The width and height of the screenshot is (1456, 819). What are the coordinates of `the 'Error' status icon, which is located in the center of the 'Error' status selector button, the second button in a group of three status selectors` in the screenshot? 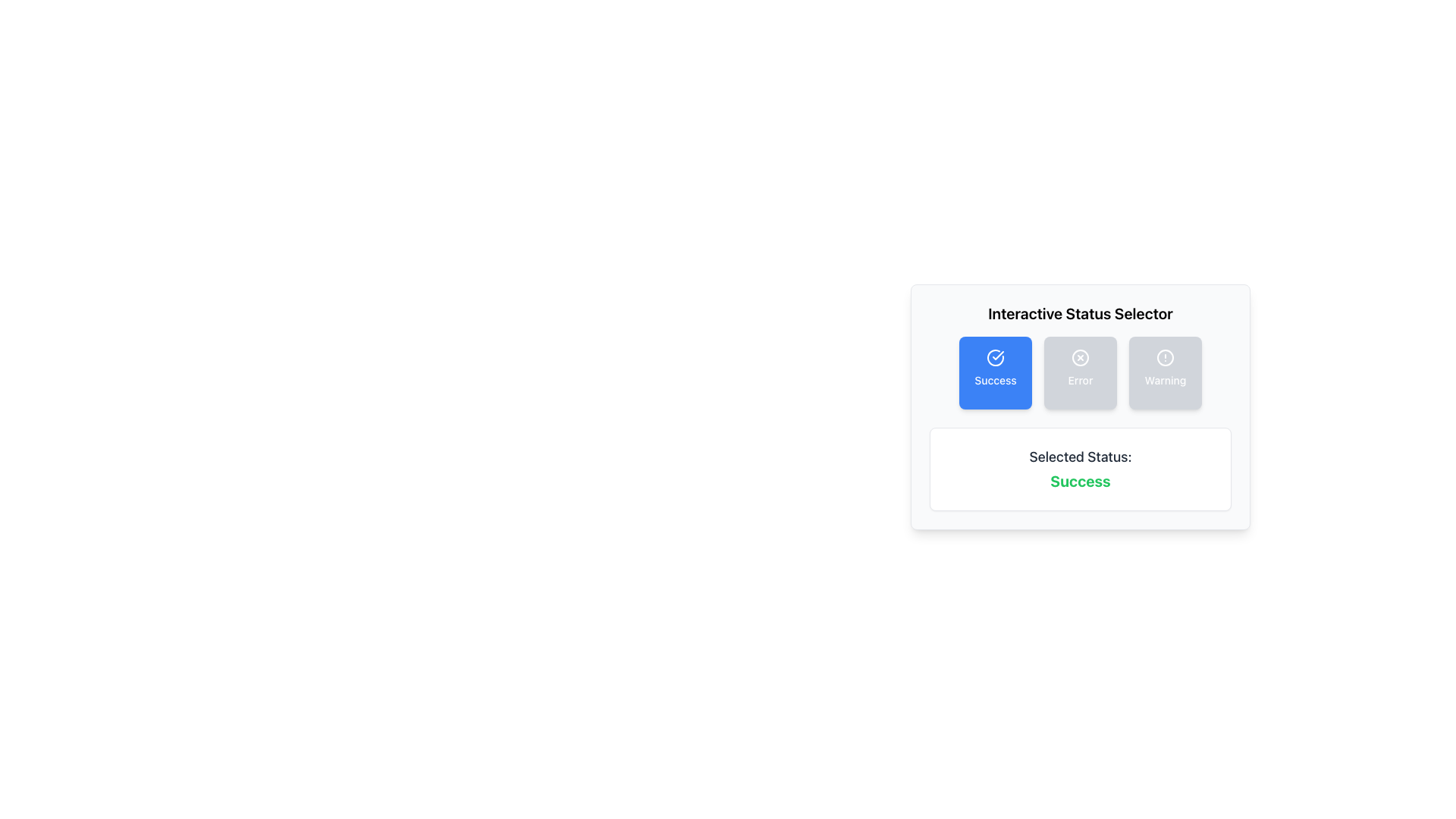 It's located at (1080, 357).